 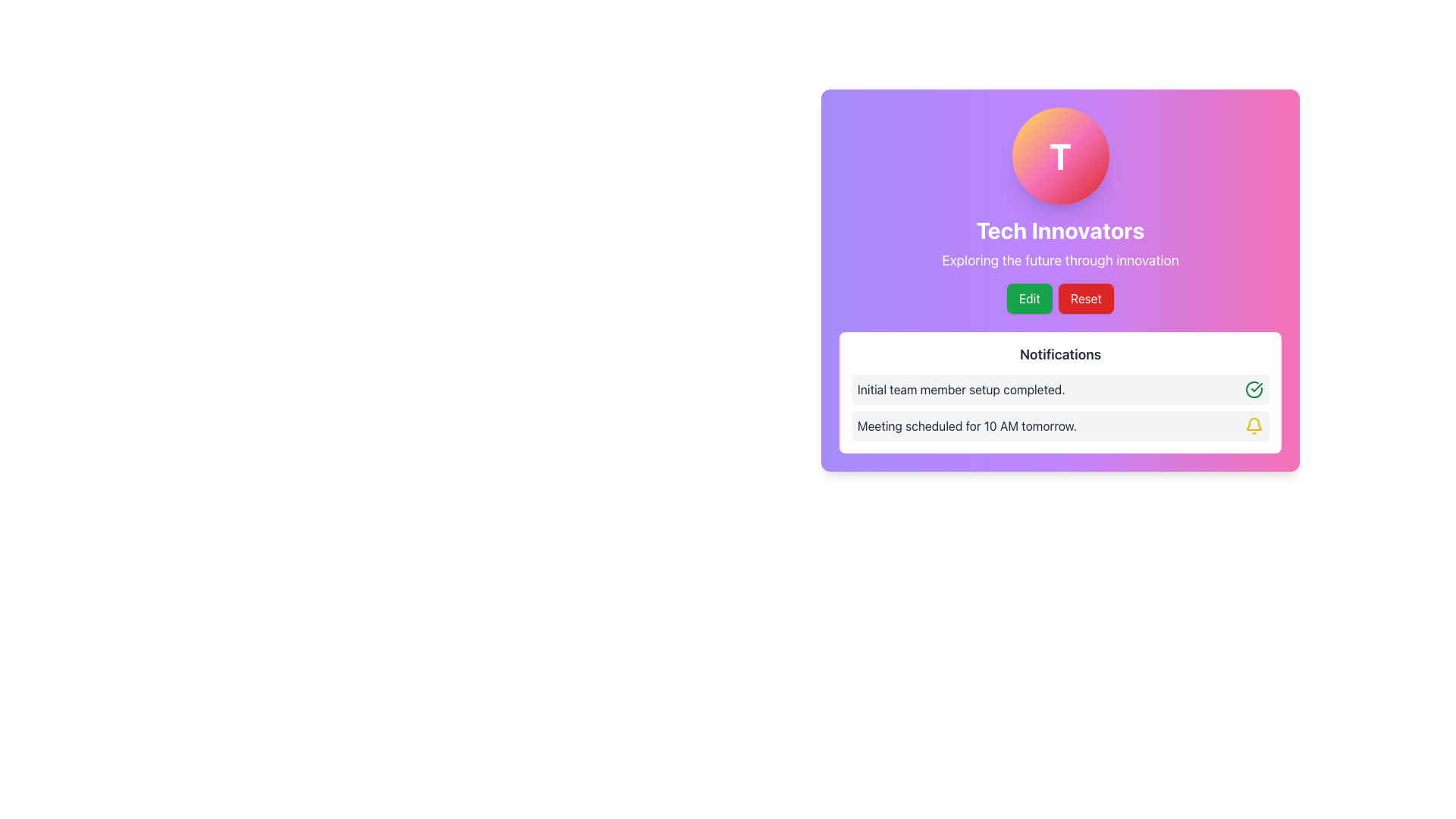 I want to click on the text label that says 'Exploring the future through innovation', which has a purple-to-pink gradient background and is located below the header 'Tech Innovators', so click(x=1059, y=259).